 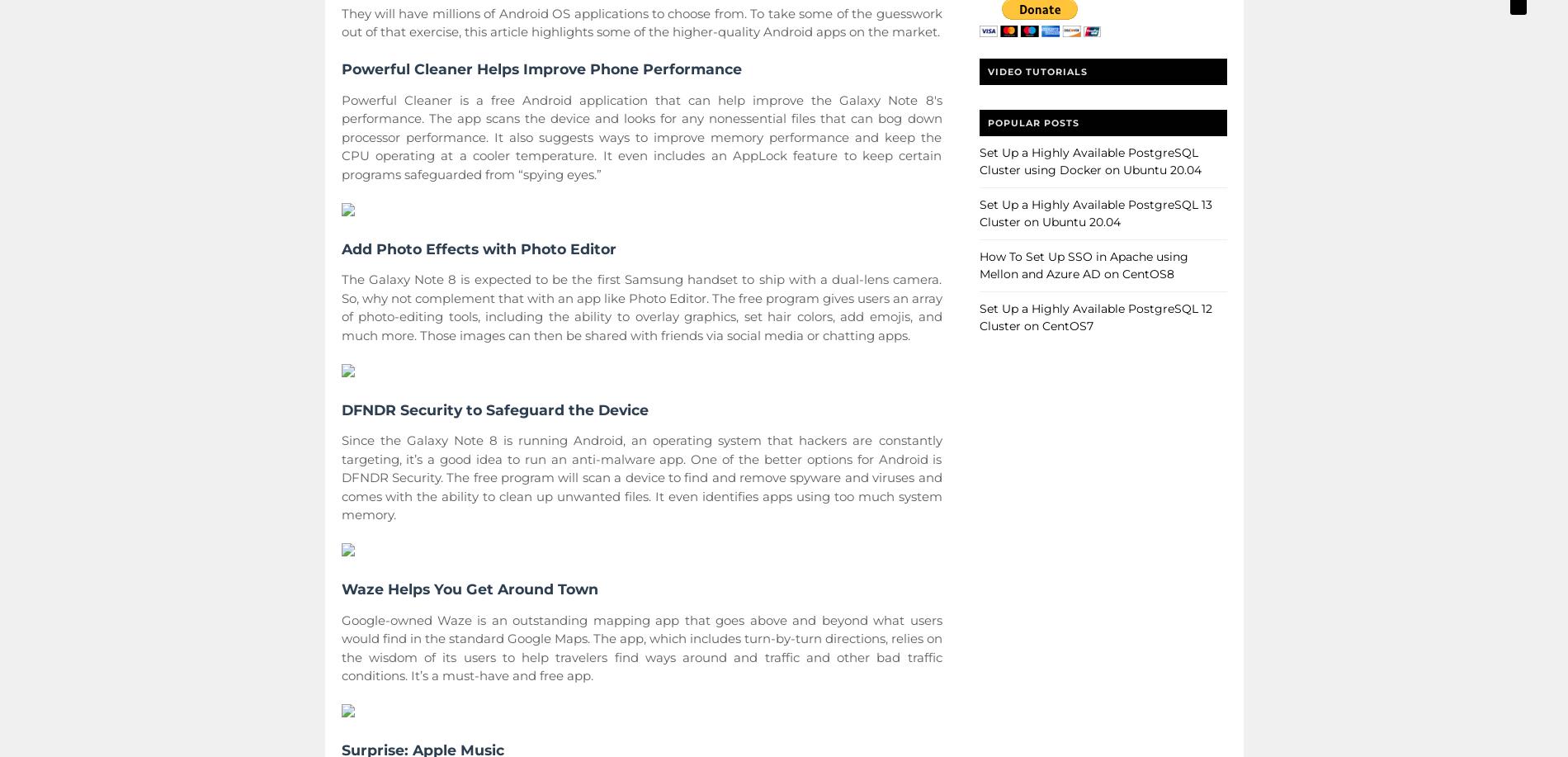 What do you see at coordinates (1093, 212) in the screenshot?
I see `'Set Up a Highly Available PostgreSQL 13 Cluster on Ubuntu 20.04'` at bounding box center [1093, 212].